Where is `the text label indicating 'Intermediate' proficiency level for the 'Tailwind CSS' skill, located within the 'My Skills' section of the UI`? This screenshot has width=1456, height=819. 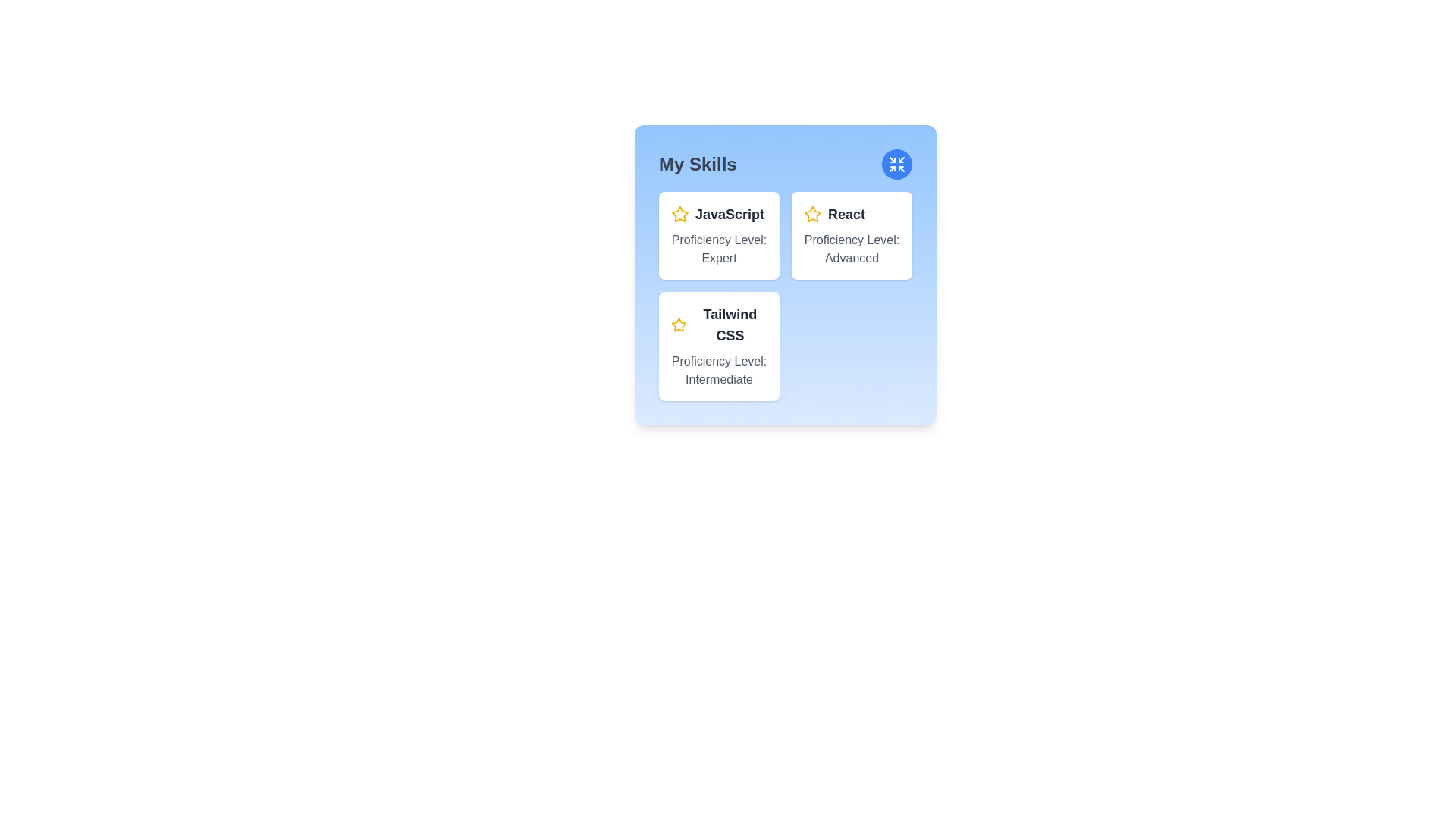 the text label indicating 'Intermediate' proficiency level for the 'Tailwind CSS' skill, located within the 'My Skills' section of the UI is located at coordinates (718, 371).